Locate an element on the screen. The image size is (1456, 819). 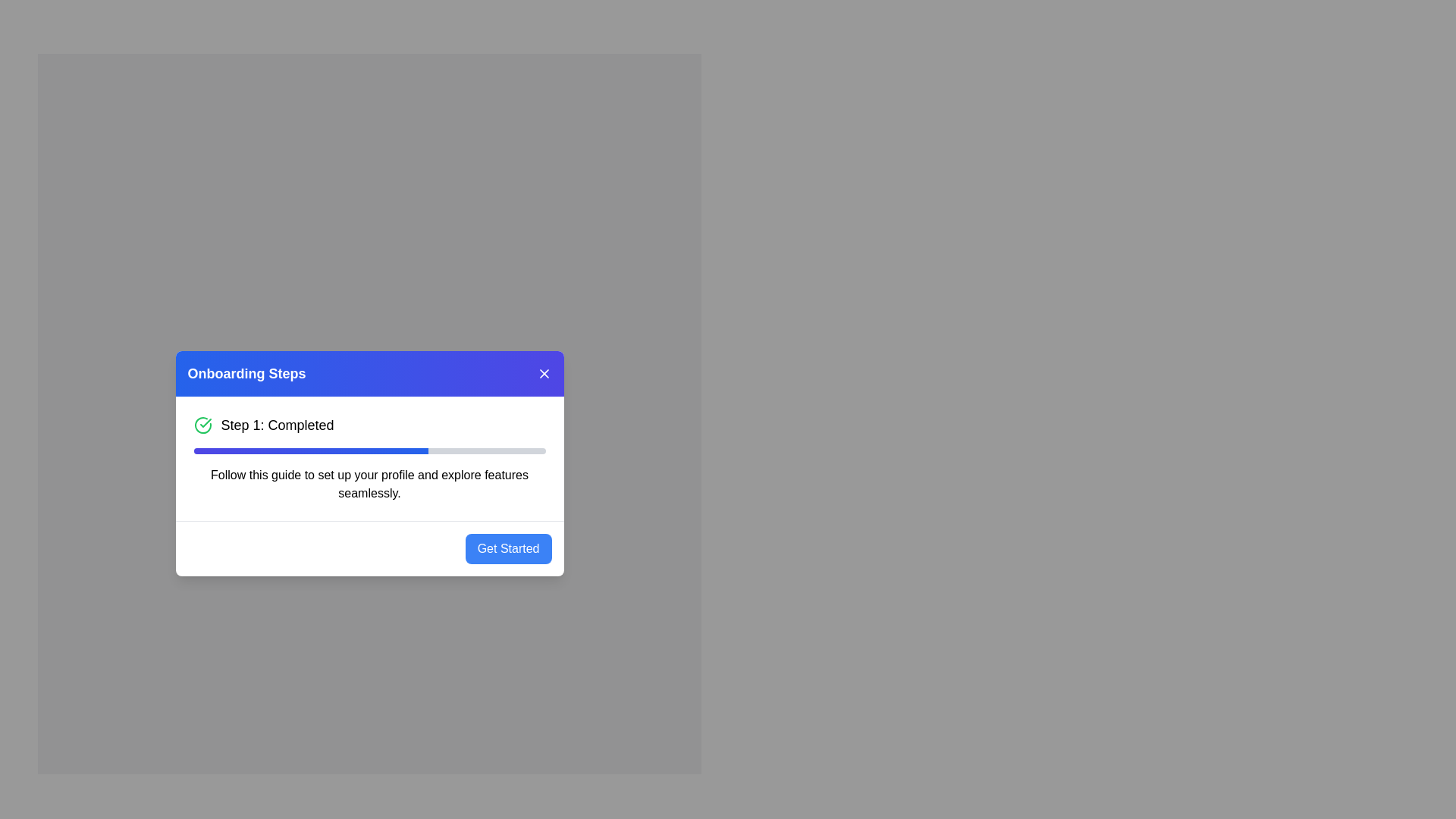
the green checkmark icon within the 'Onboarding Steps' dialog box, adjacent to 'Step 1: Completed' is located at coordinates (204, 422).